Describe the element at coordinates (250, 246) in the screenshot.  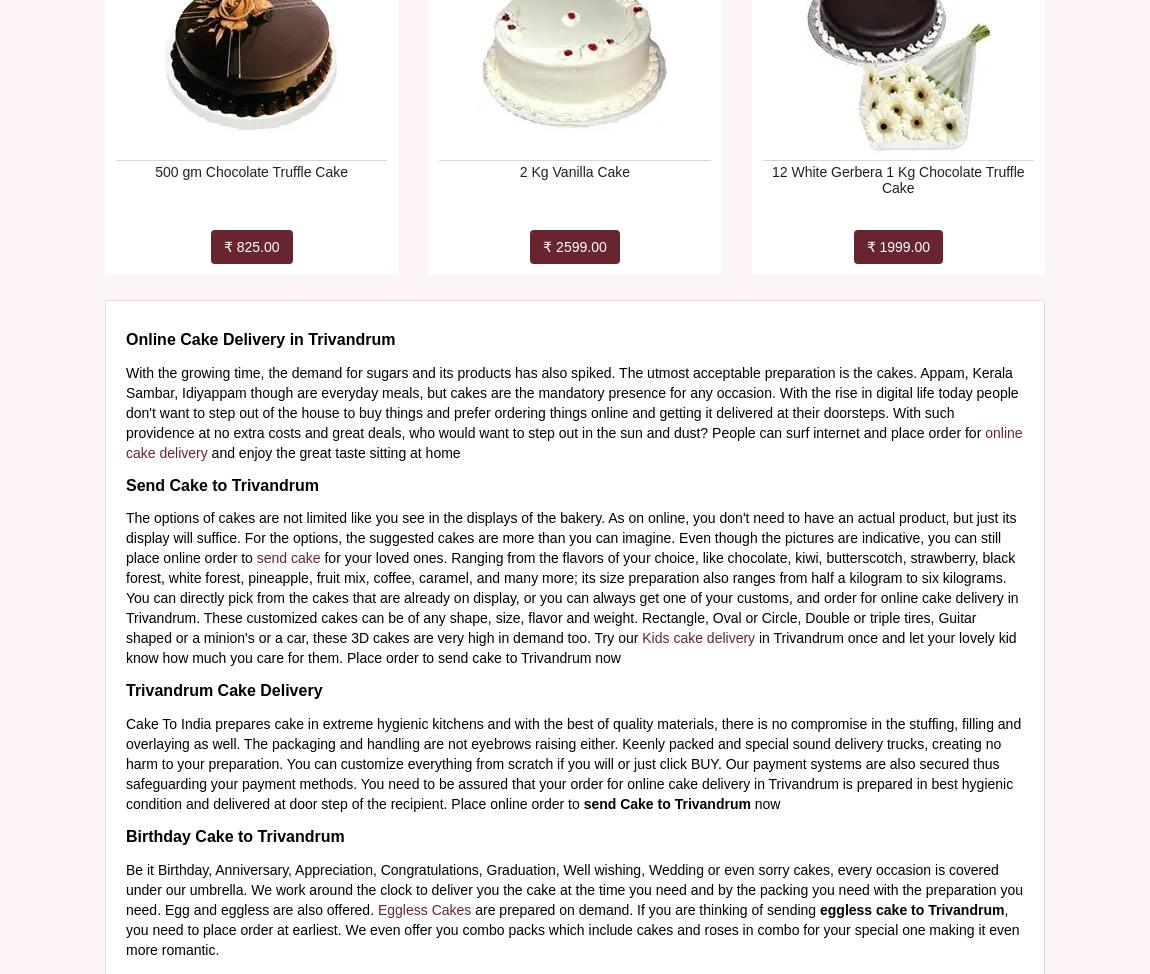
I see `'₹ 825.00'` at that location.